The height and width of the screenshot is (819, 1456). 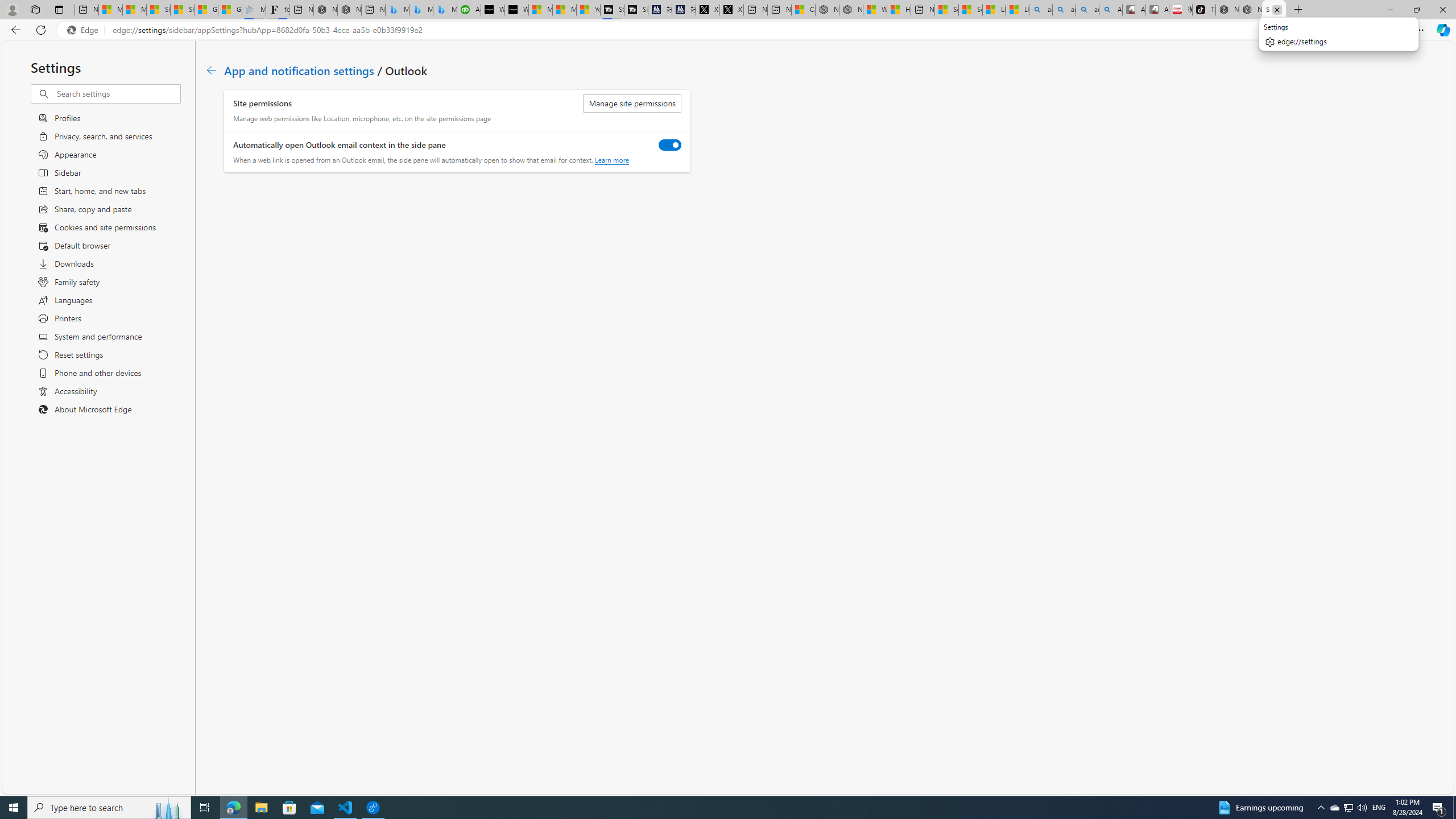 What do you see at coordinates (210, 70) in the screenshot?
I see `'Go back to App and notification settings page.'` at bounding box center [210, 70].